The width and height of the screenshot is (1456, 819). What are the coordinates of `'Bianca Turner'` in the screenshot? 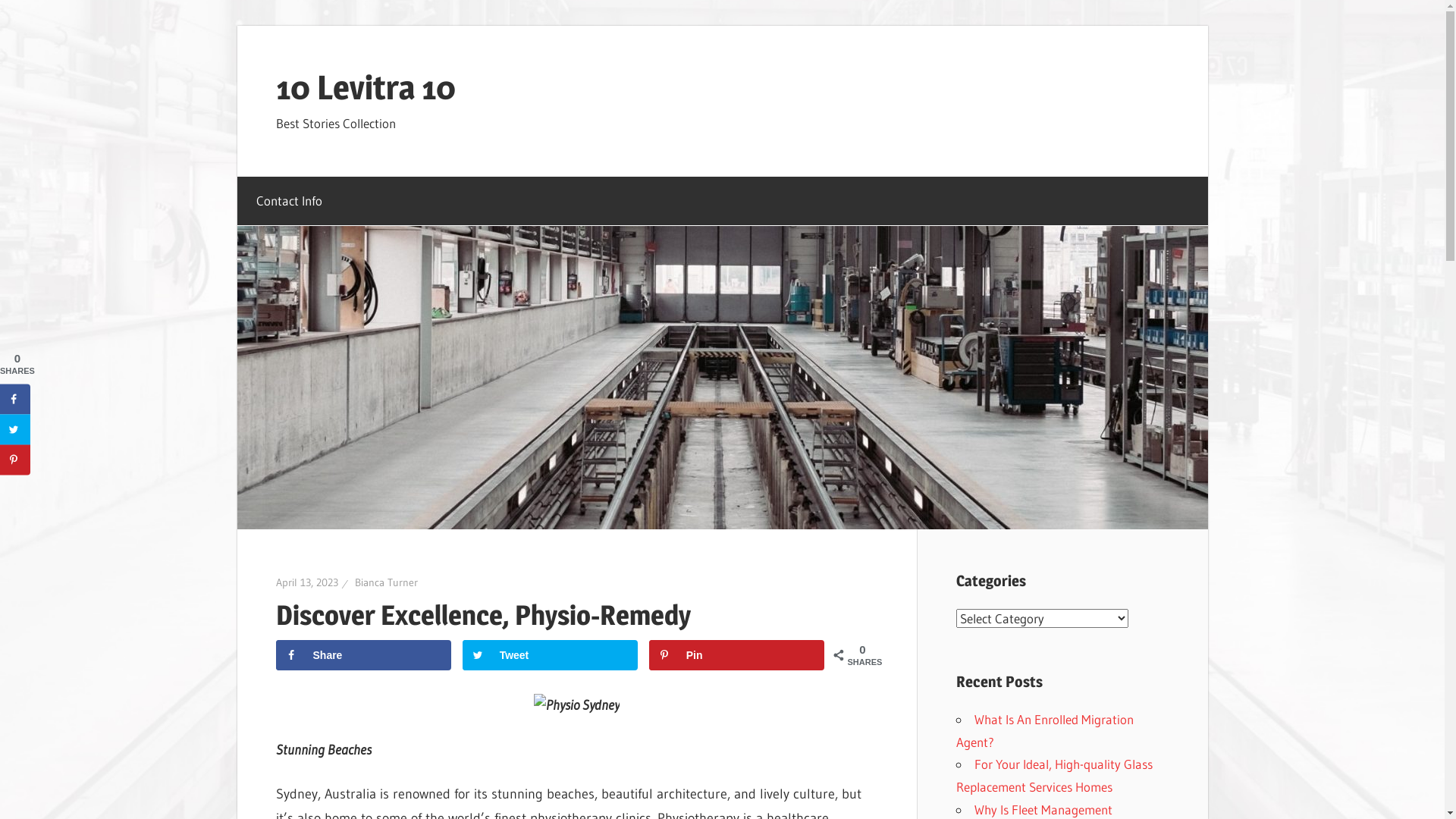 It's located at (386, 581).